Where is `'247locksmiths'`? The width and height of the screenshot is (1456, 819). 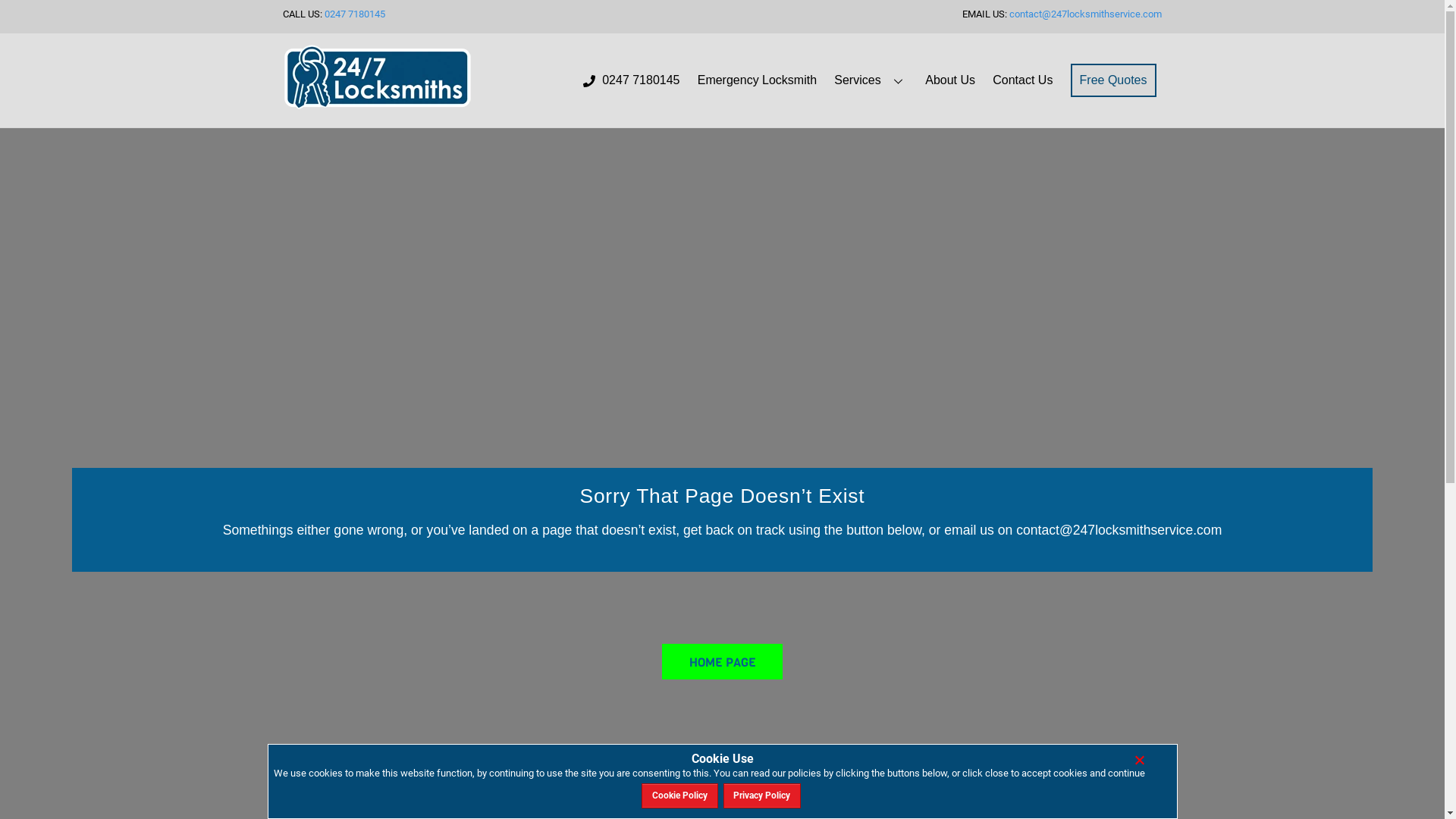
'247locksmiths' is located at coordinates (377, 77).